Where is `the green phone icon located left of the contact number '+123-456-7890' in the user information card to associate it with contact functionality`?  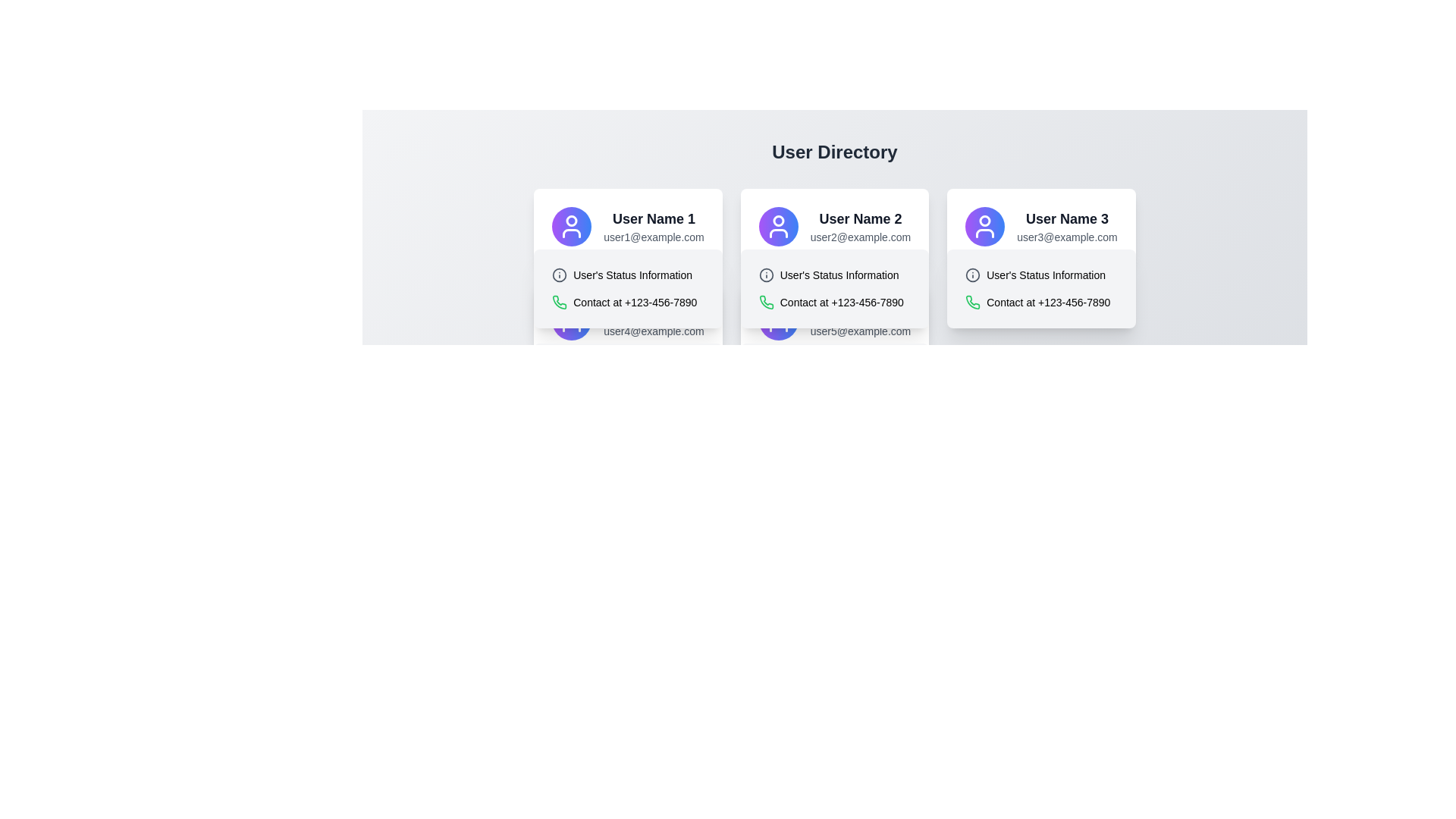
the green phone icon located left of the contact number '+123-456-7890' in the user information card to associate it with contact functionality is located at coordinates (766, 302).